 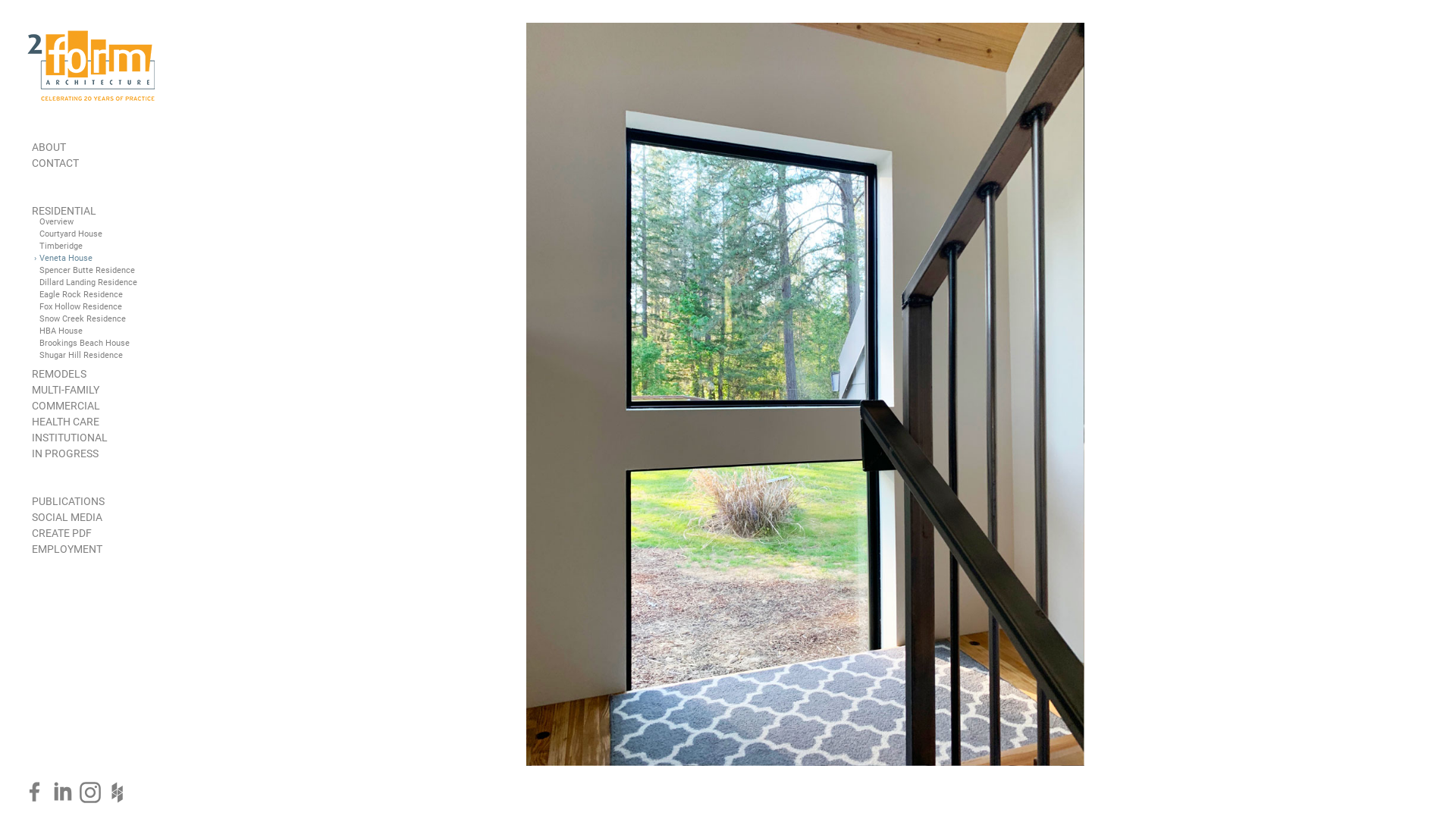 What do you see at coordinates (64, 388) in the screenshot?
I see `'MULTI-FAMILY'` at bounding box center [64, 388].